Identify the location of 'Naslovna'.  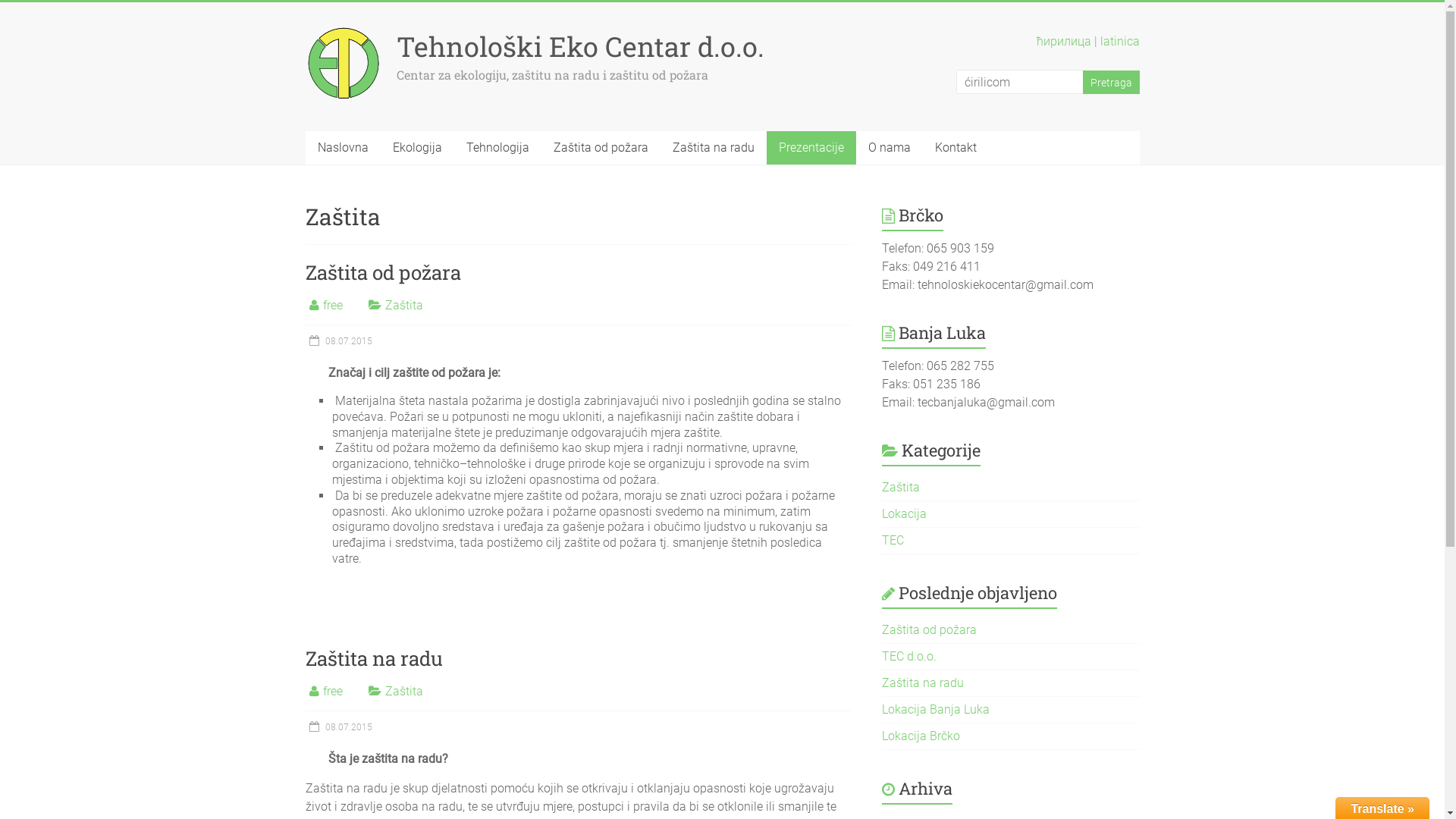
(341, 148).